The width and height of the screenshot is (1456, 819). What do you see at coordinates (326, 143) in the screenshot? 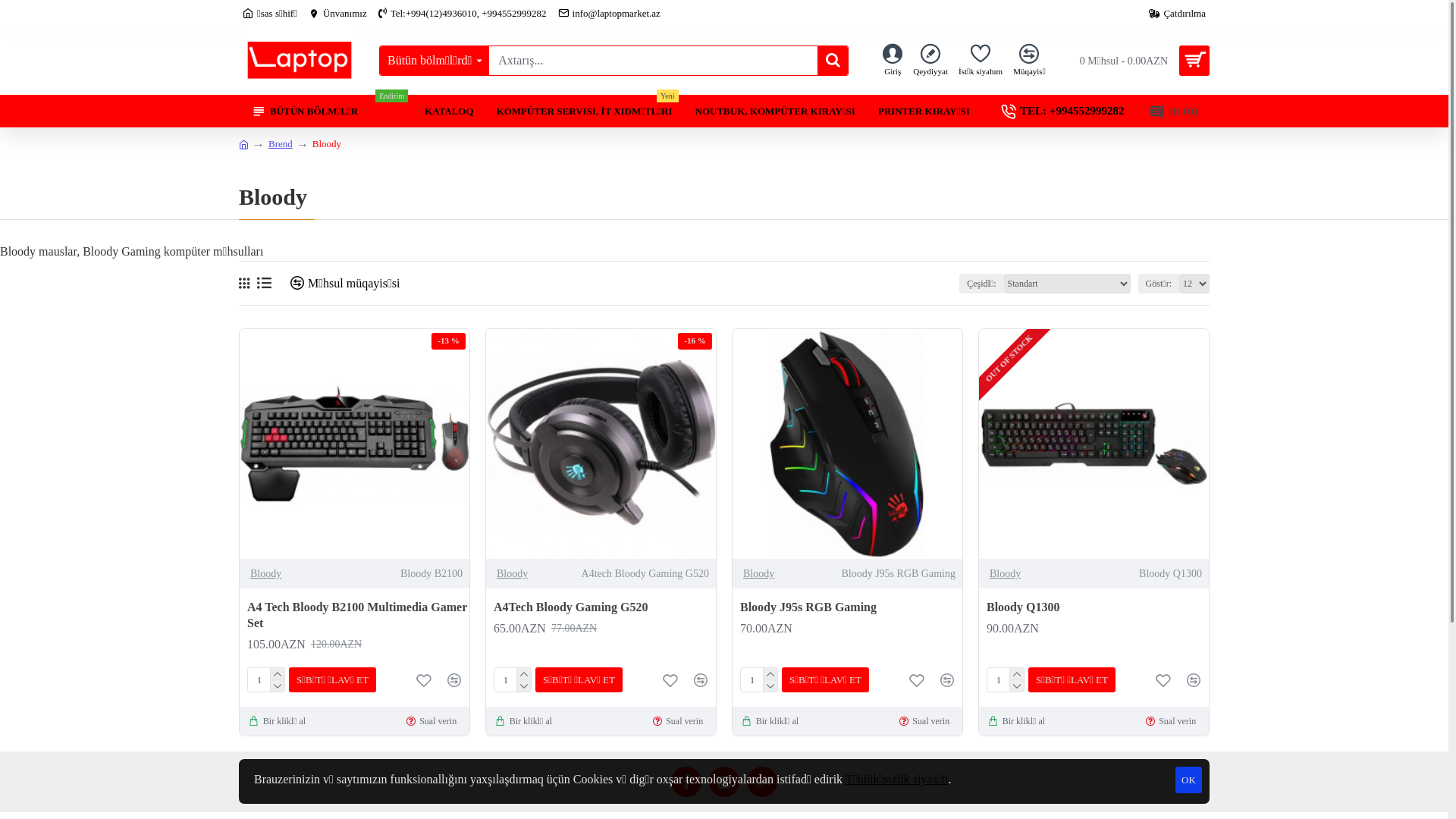
I see `'Bloody'` at bounding box center [326, 143].